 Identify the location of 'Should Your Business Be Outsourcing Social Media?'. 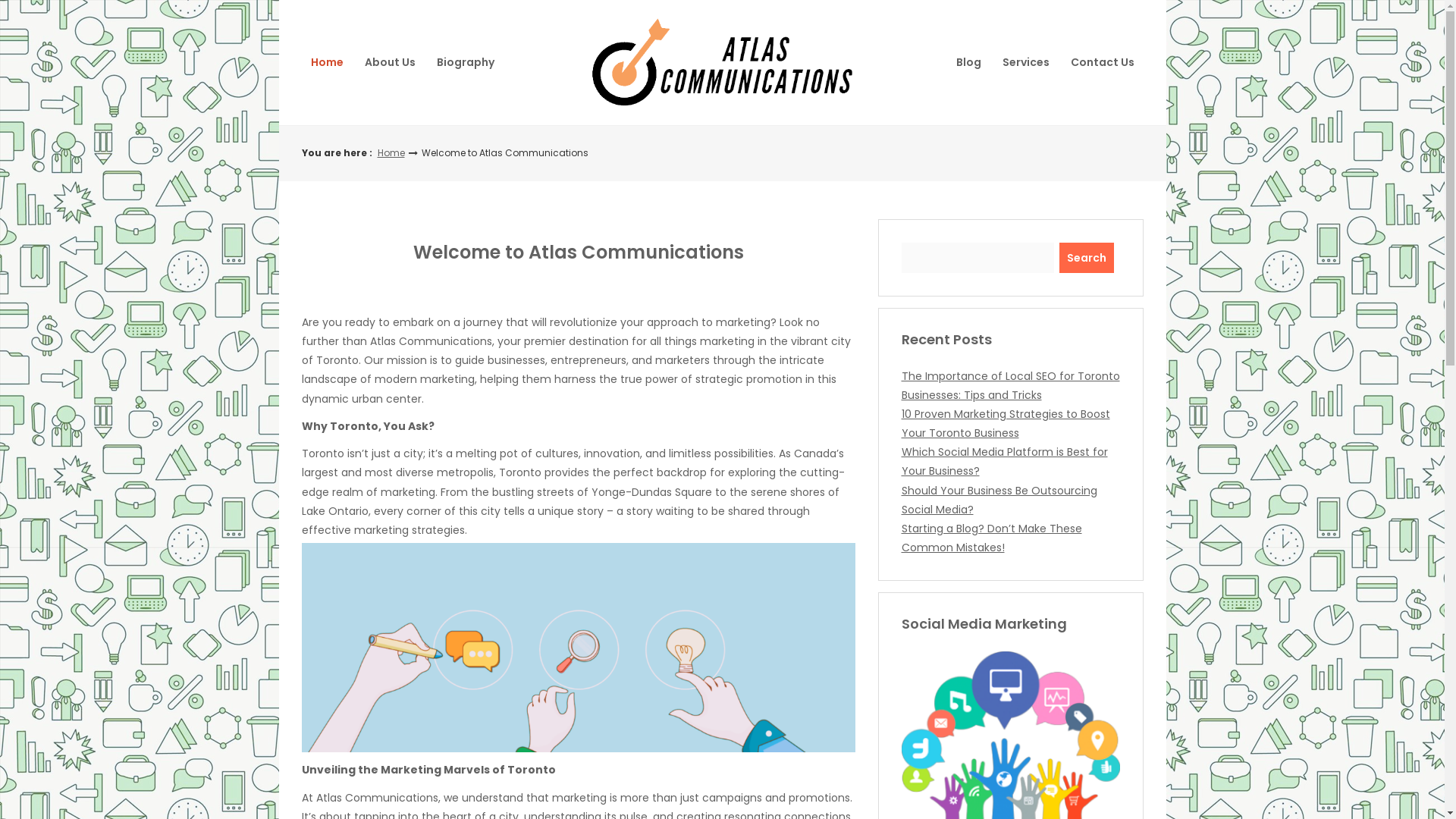
(901, 500).